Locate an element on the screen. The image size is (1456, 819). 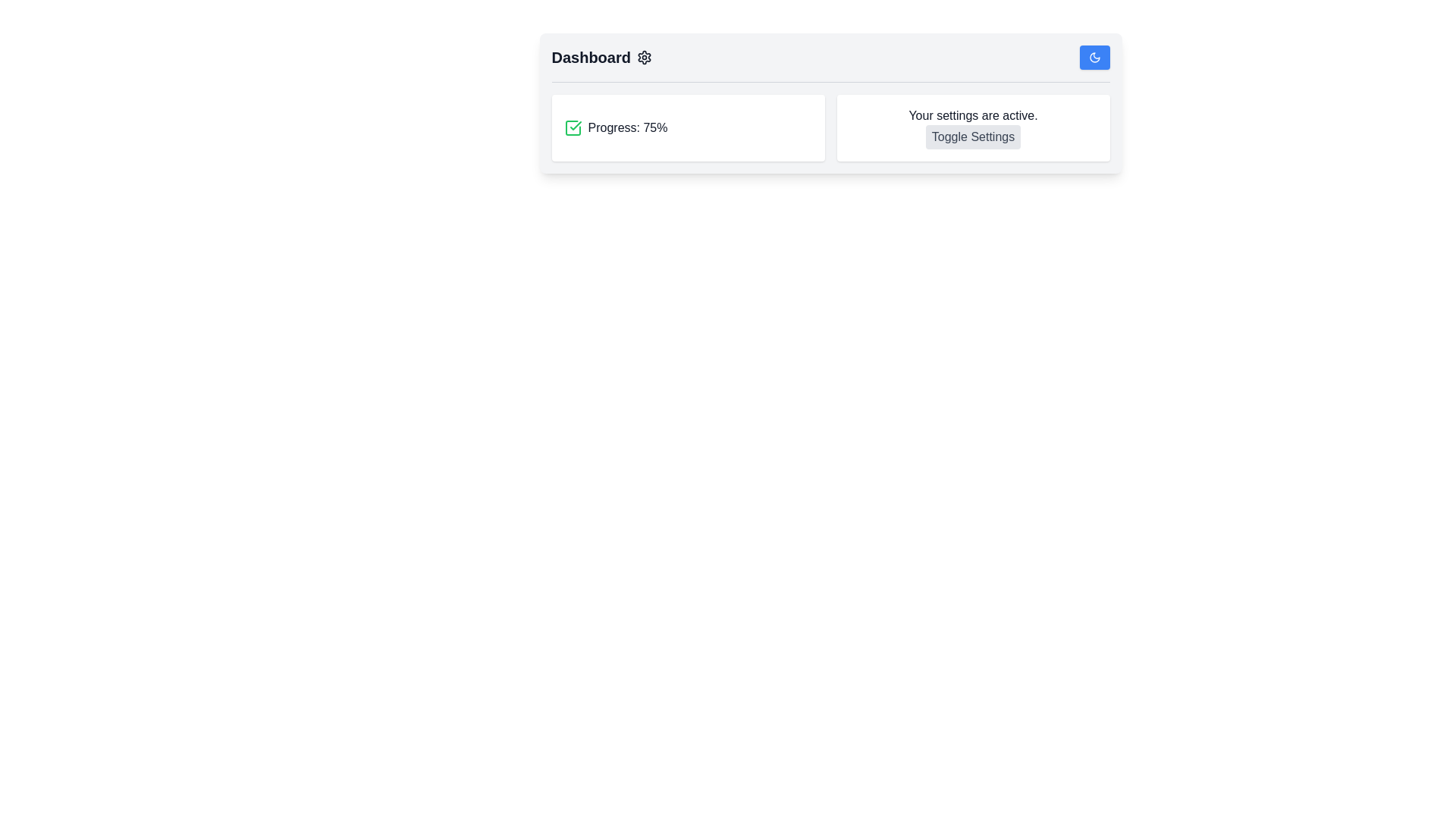
the 'Toggle Settings' button within the settings information card is located at coordinates (973, 127).